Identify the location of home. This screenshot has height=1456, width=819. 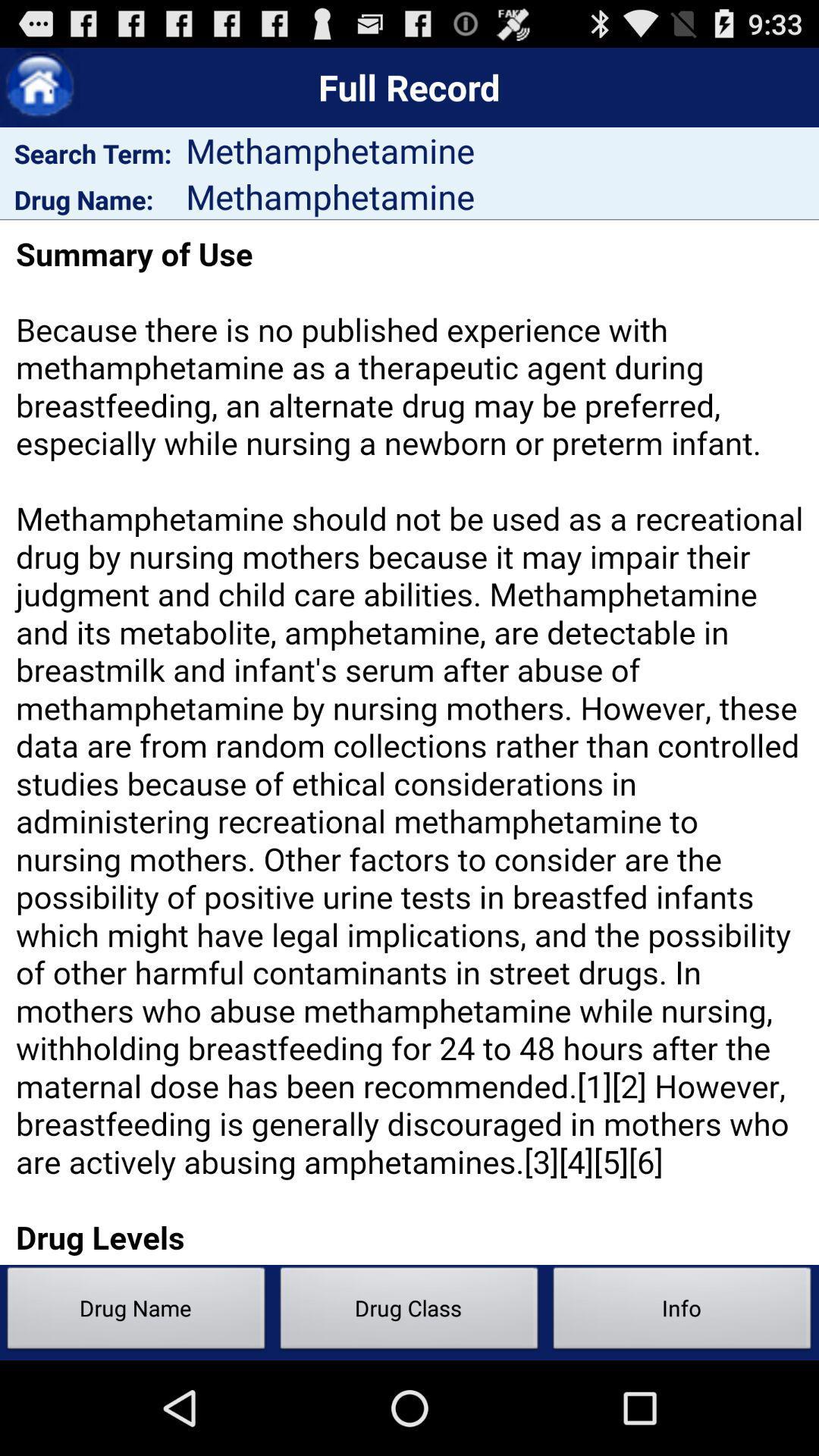
(39, 86).